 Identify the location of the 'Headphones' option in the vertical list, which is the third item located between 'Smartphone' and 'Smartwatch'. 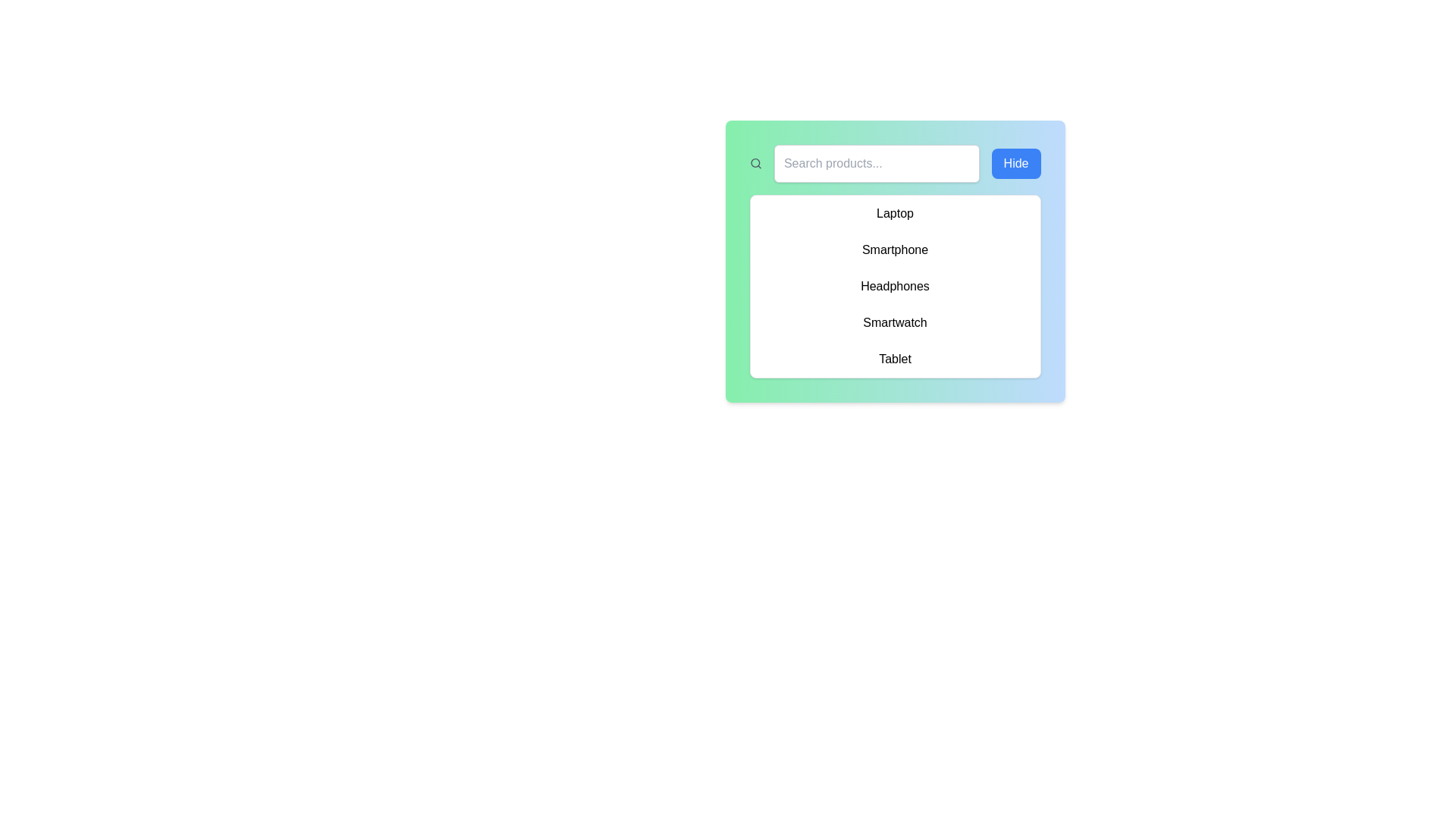
(895, 287).